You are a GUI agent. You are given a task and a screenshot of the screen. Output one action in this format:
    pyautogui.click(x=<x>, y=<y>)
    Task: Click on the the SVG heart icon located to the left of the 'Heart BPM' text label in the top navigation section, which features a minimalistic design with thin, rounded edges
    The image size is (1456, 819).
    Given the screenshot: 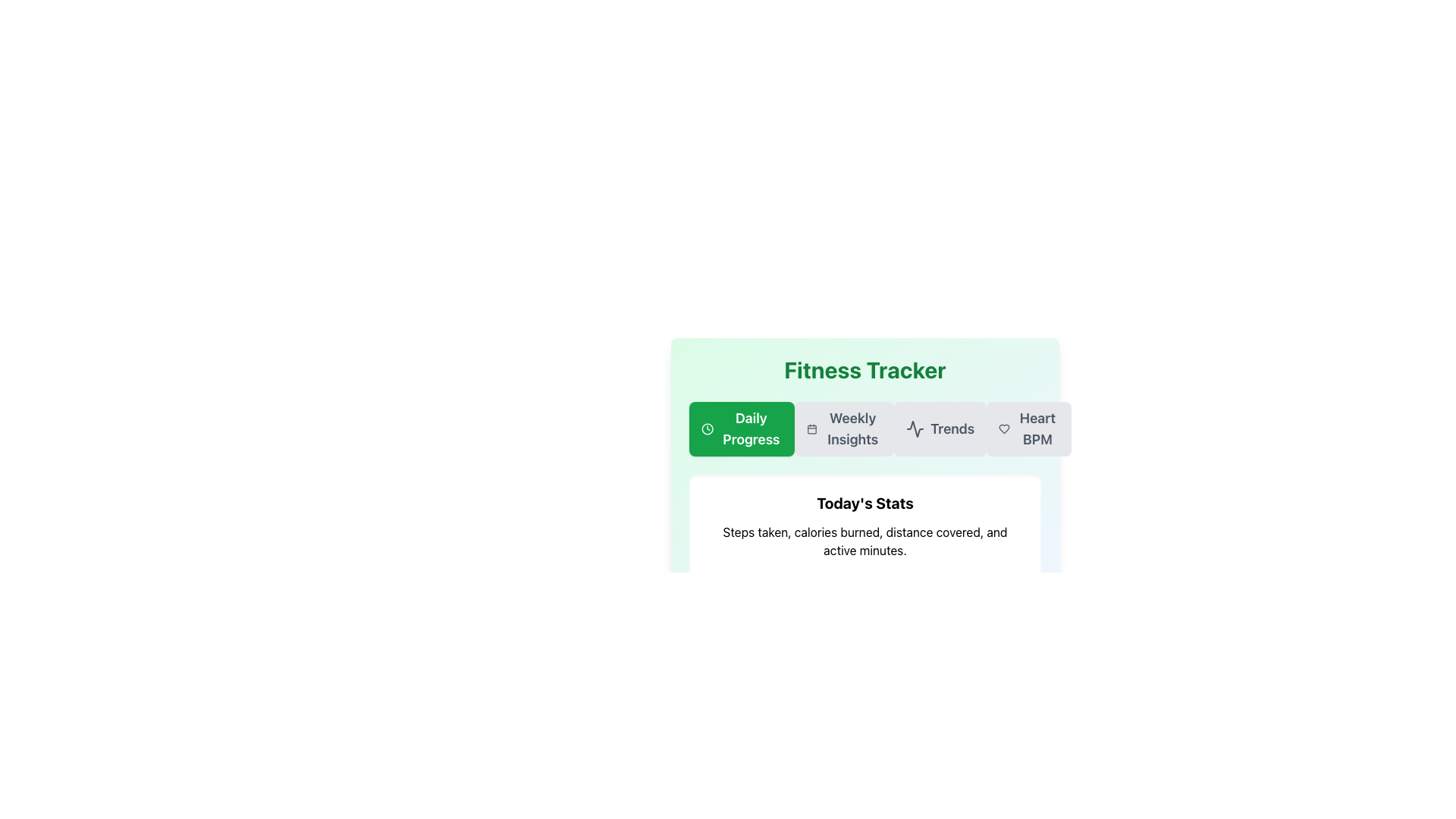 What is the action you would take?
    pyautogui.click(x=1004, y=429)
    